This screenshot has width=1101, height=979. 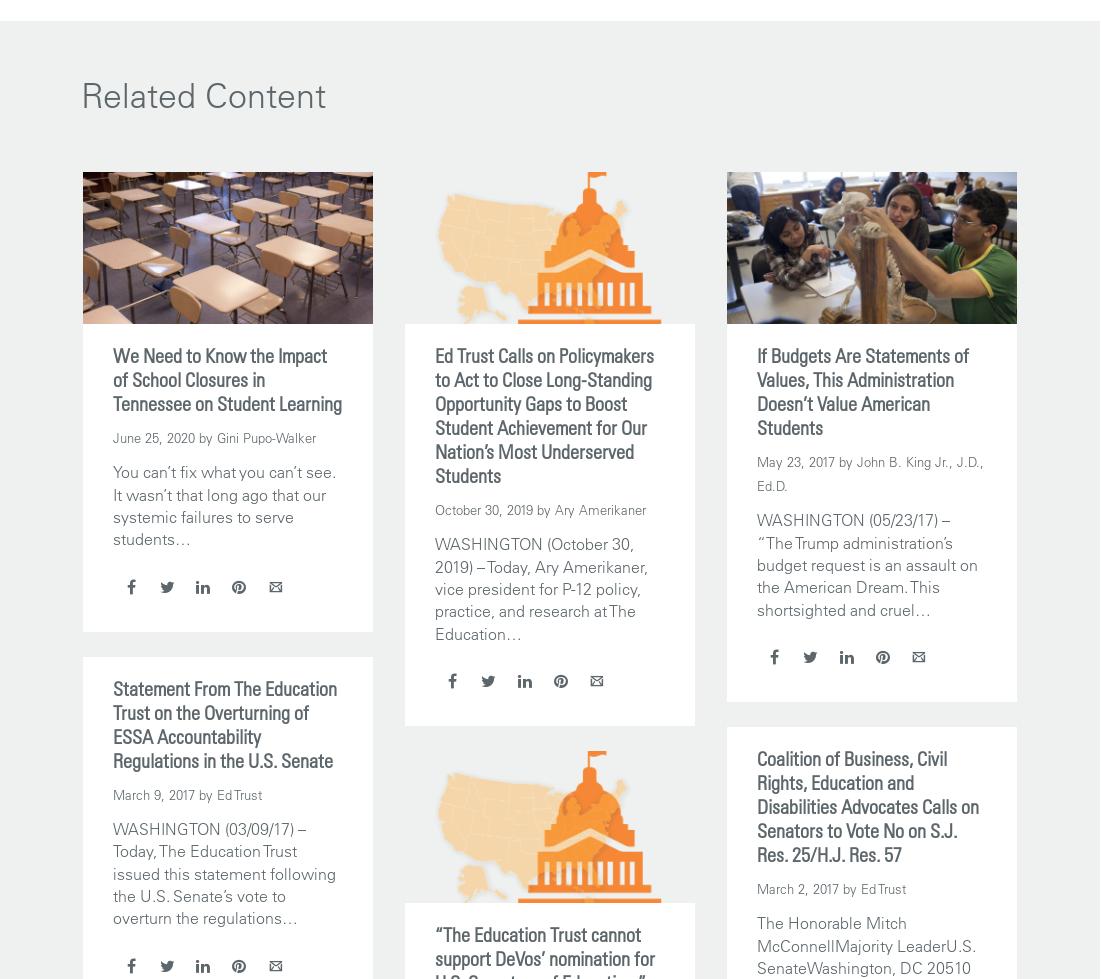 I want to click on 'WASHINGTON (October 30, 2019) – Today, Ary Amerikaner, vice president for P-12 policy, practice, and research at The Education…', so click(x=539, y=587).